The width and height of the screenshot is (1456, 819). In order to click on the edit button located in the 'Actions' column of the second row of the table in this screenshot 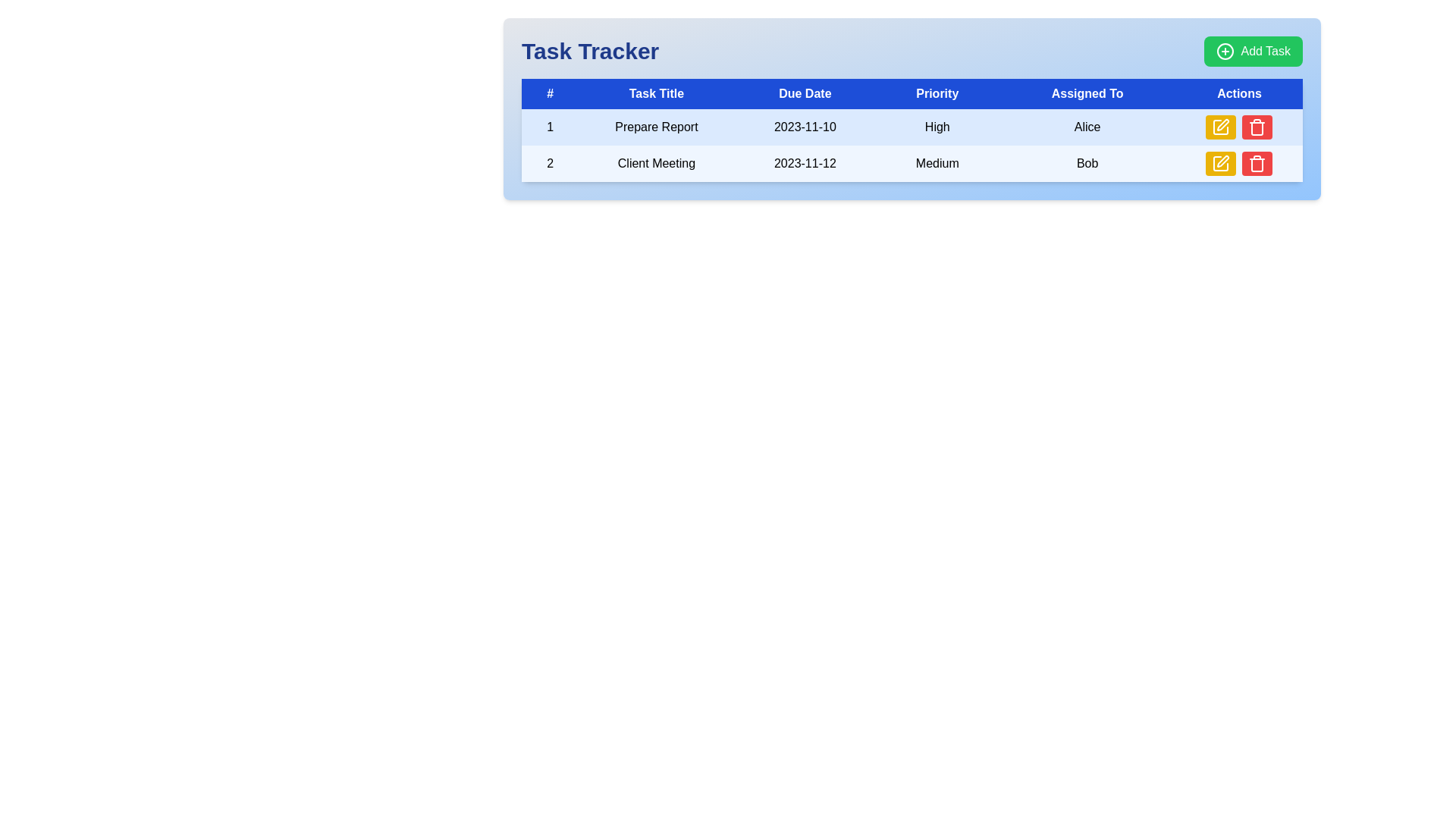, I will do `click(1221, 164)`.